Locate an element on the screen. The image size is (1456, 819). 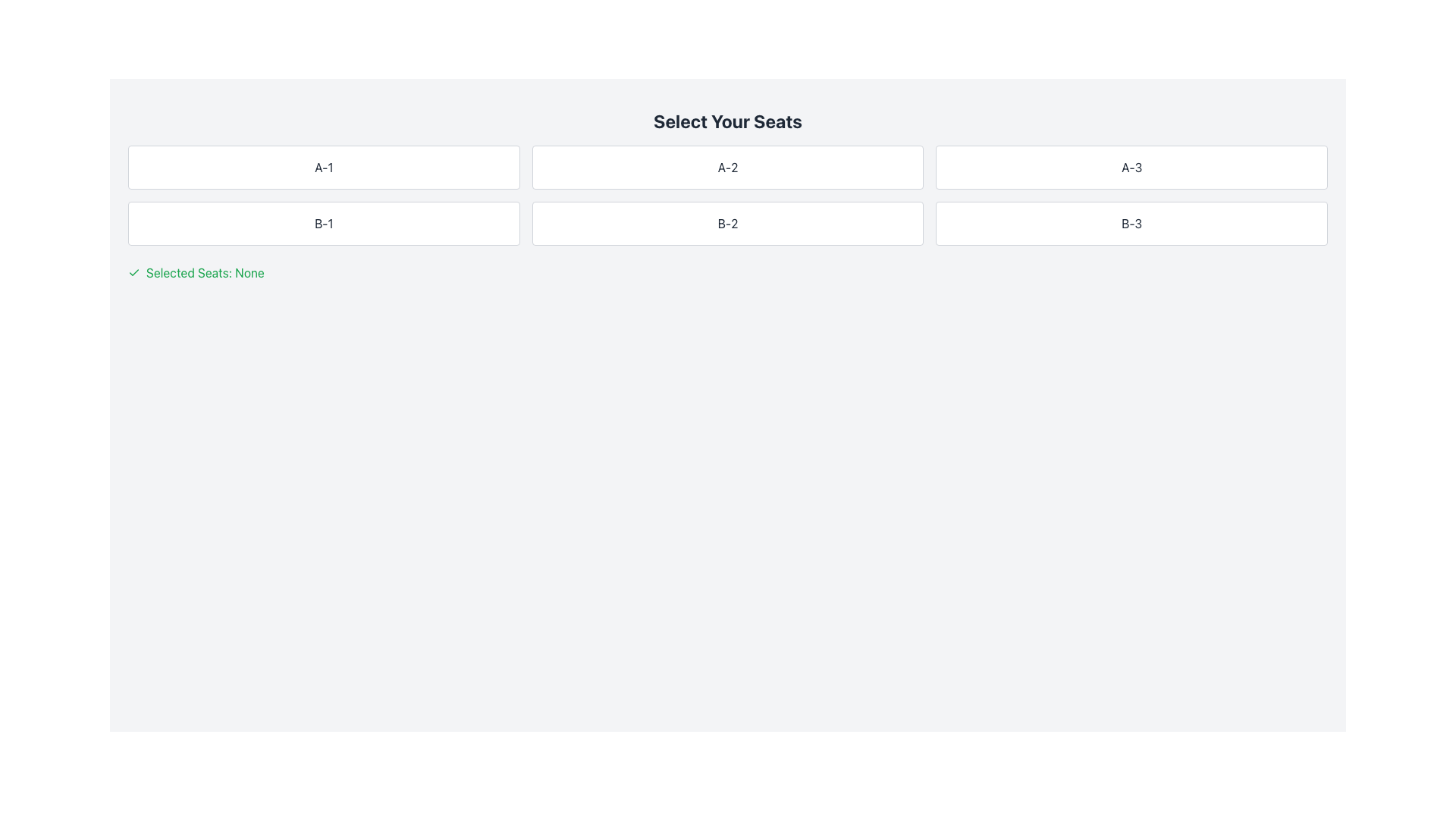
the bold title 'Select Your Seats' which is prominently displayed at the top of the content section, centered horizontally above the seat selection grid is located at coordinates (728, 120).